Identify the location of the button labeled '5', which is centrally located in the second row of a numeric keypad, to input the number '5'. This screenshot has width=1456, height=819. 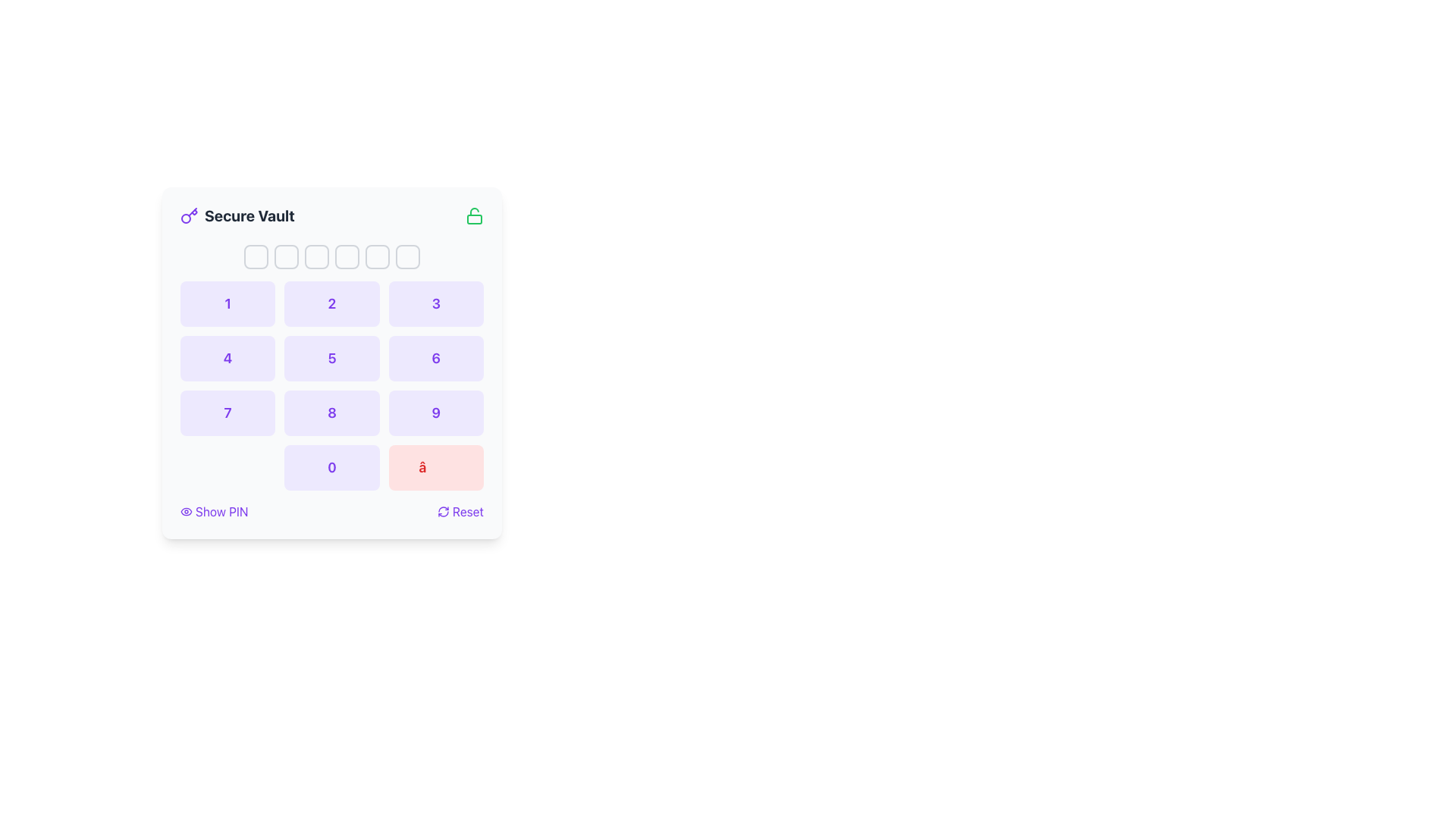
(331, 359).